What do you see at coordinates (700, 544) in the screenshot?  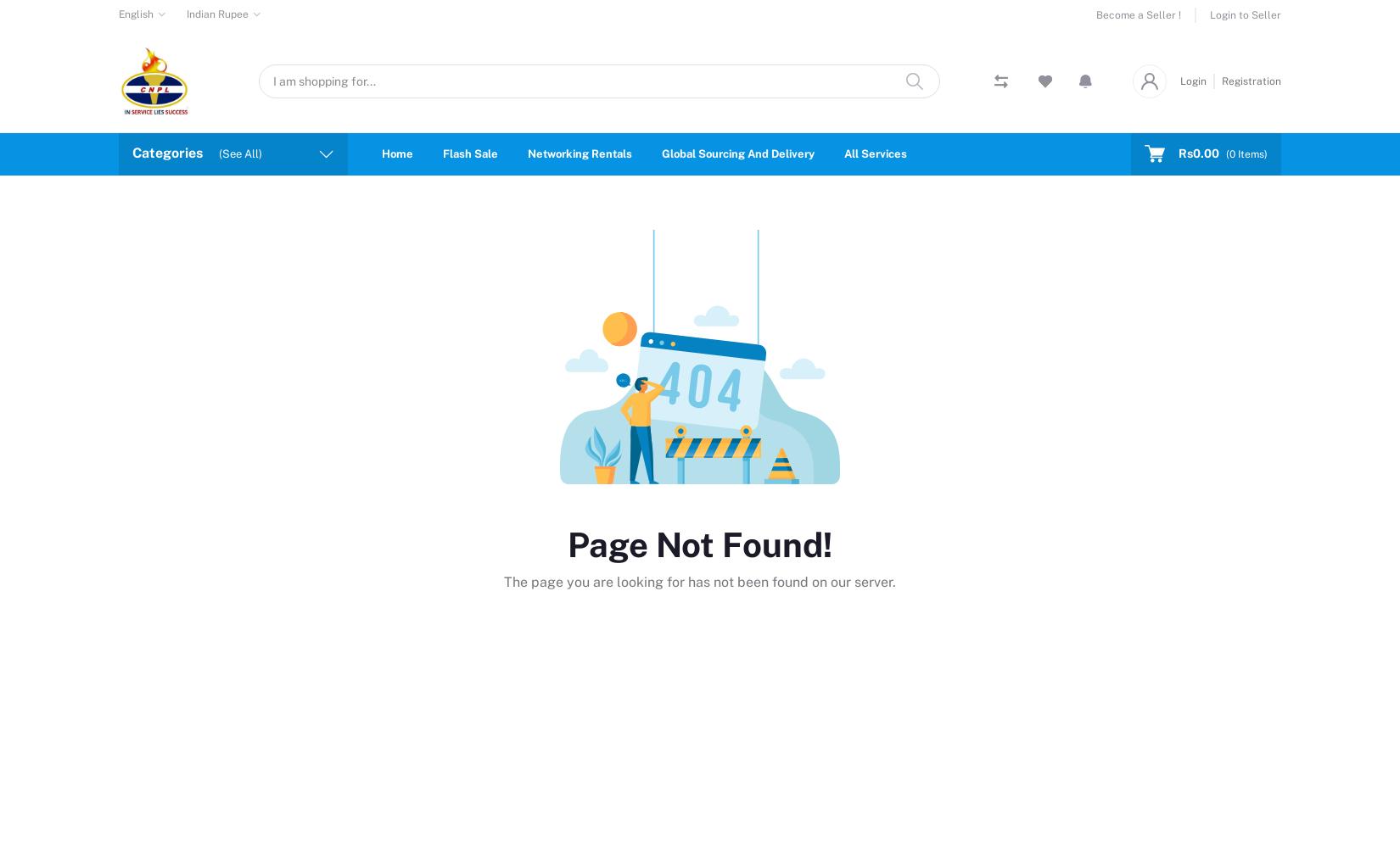 I see `'Page Not Found!'` at bounding box center [700, 544].